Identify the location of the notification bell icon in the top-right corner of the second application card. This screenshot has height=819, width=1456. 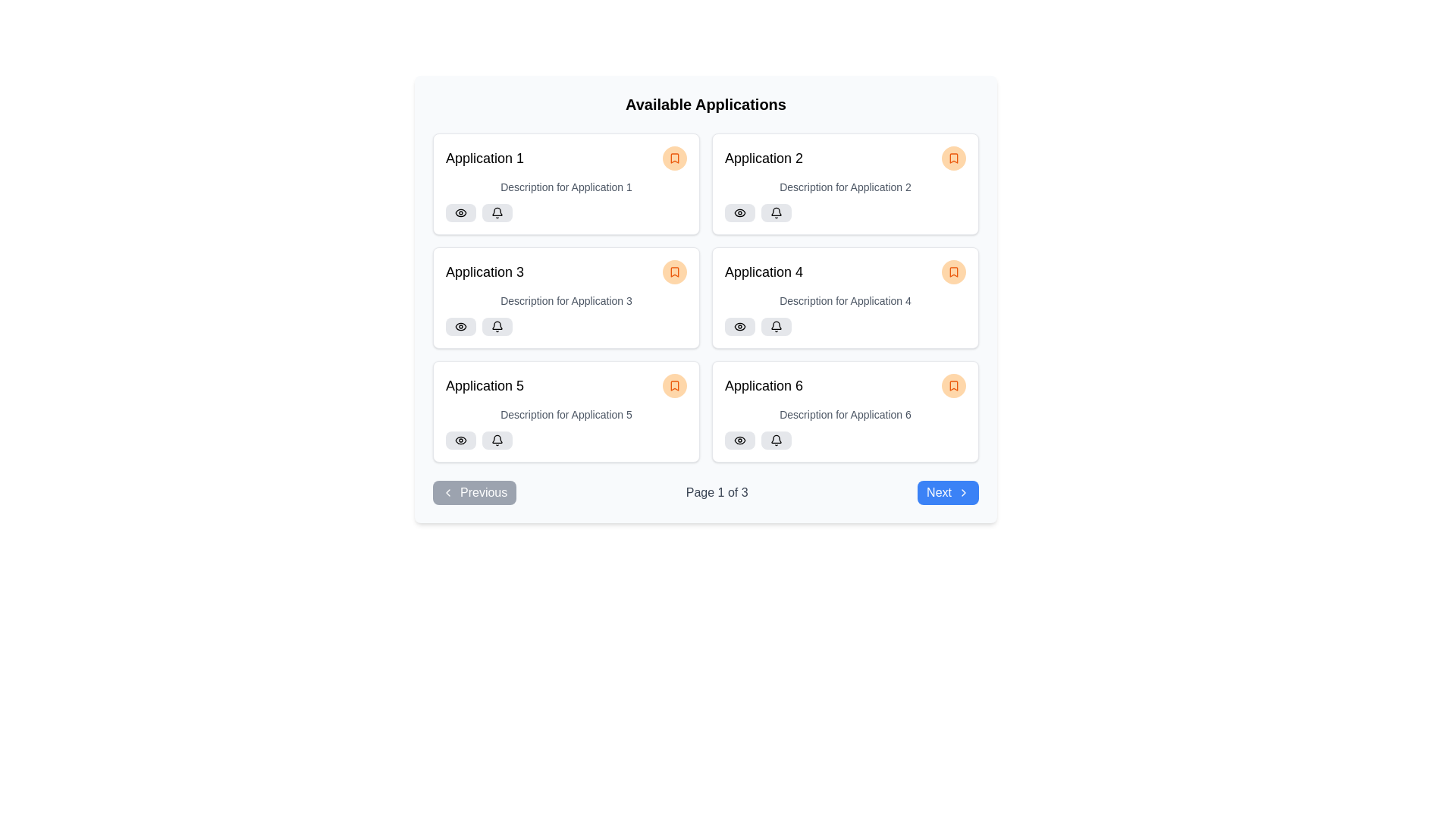
(776, 212).